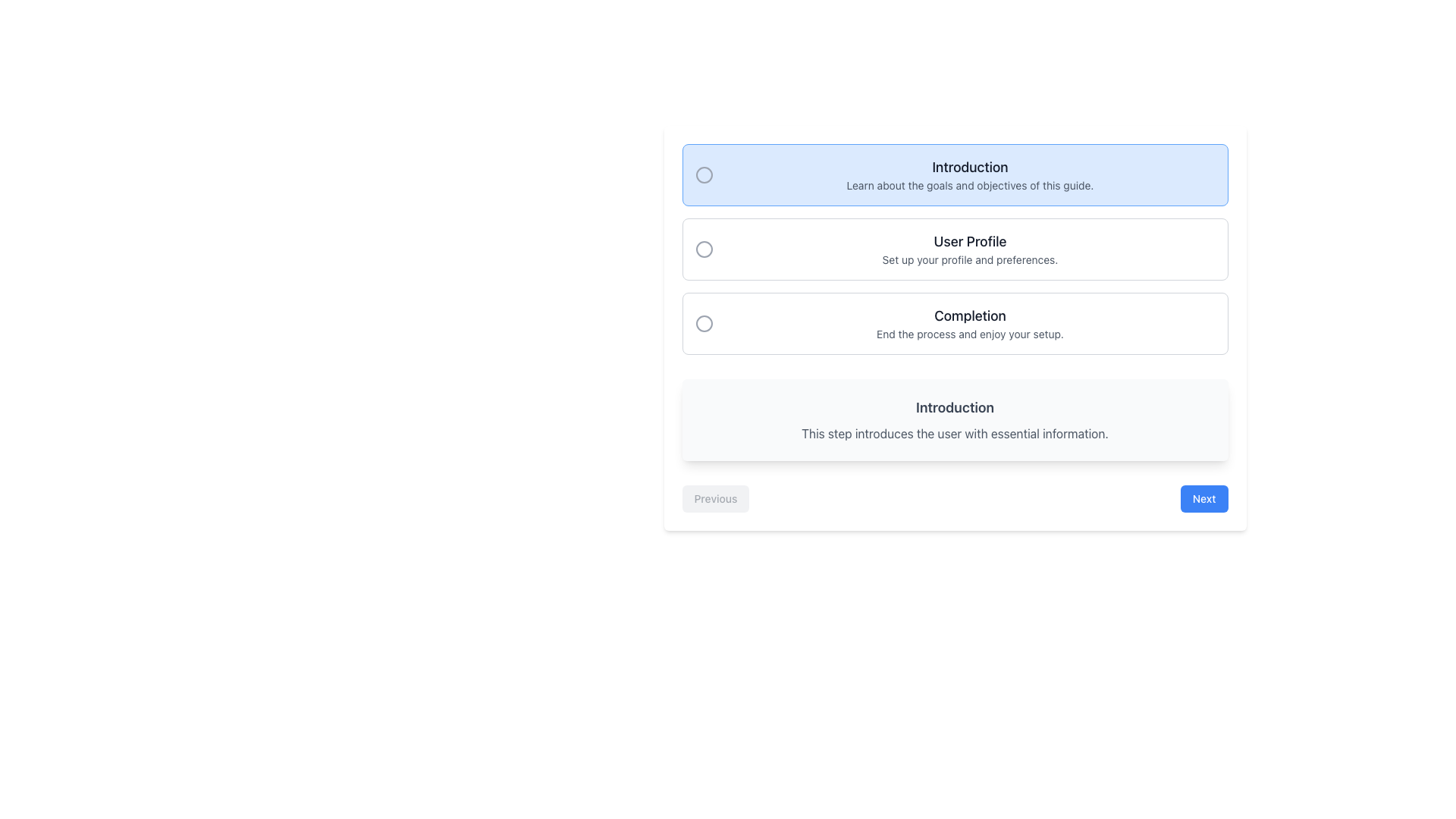 The width and height of the screenshot is (1456, 819). Describe the element at coordinates (969, 248) in the screenshot. I see `the informational text option located centrally within the page, specifically between 'Introduction' and 'Completion' in the selectable list item layout` at that location.